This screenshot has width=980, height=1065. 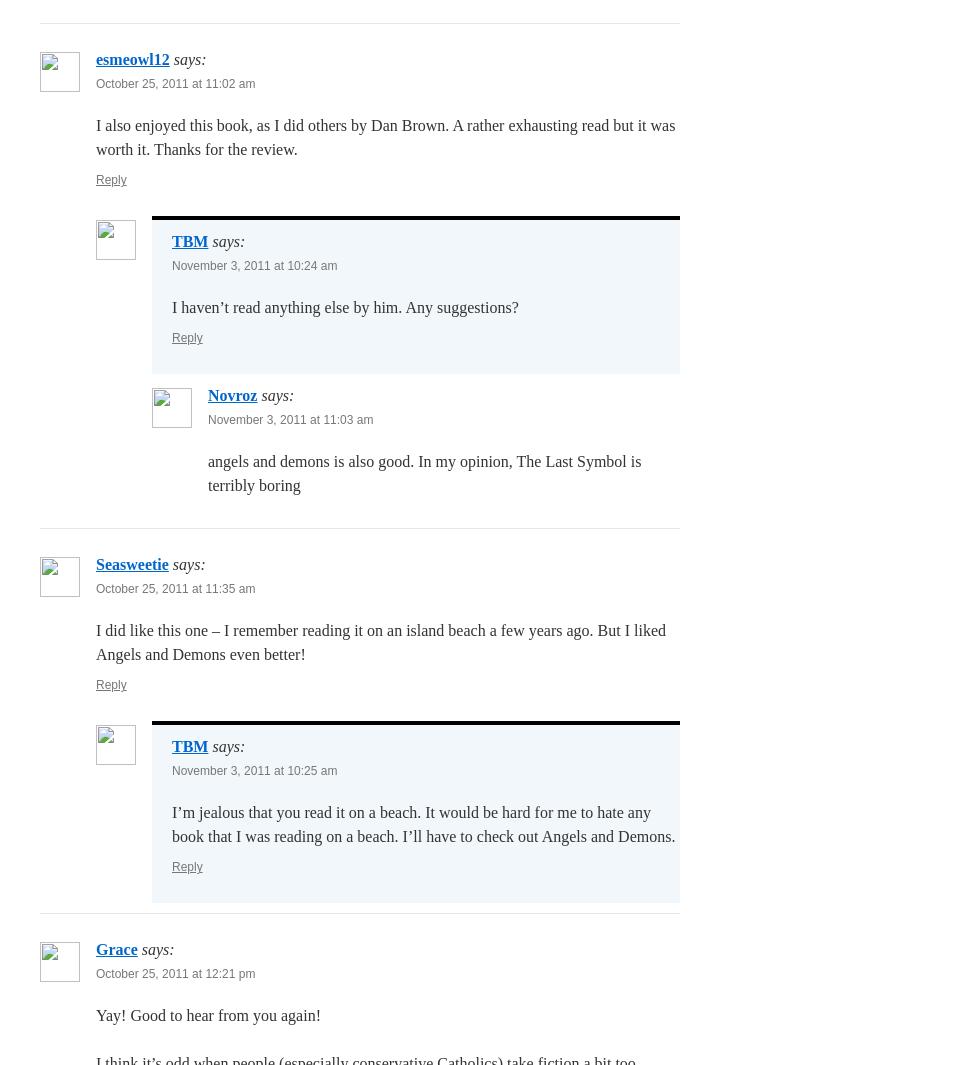 I want to click on 'esmeowl12', so click(x=132, y=58).